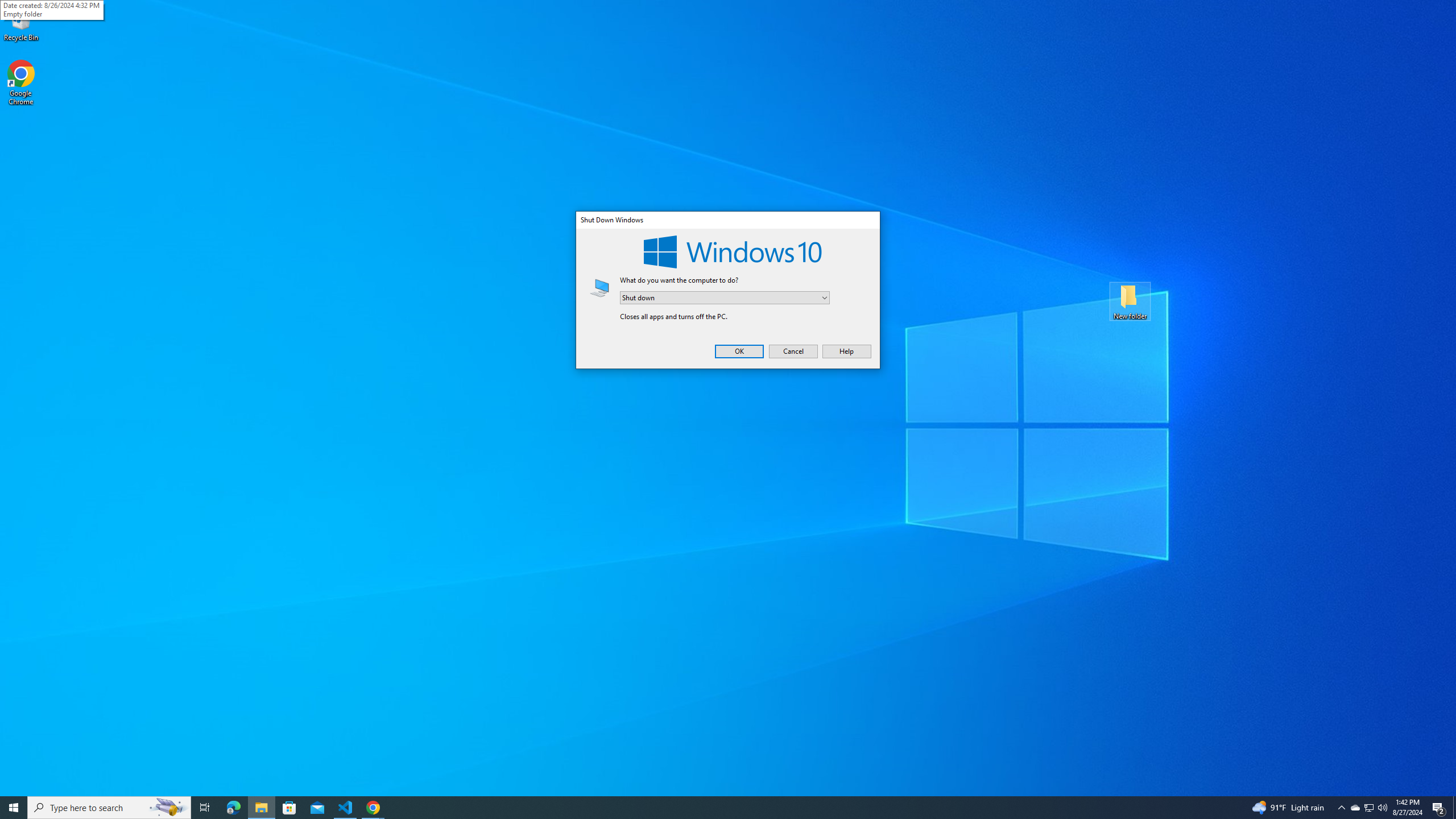 This screenshot has width=1456, height=819. What do you see at coordinates (345, 806) in the screenshot?
I see `'Visual Studio Code - 1 running window'` at bounding box center [345, 806].